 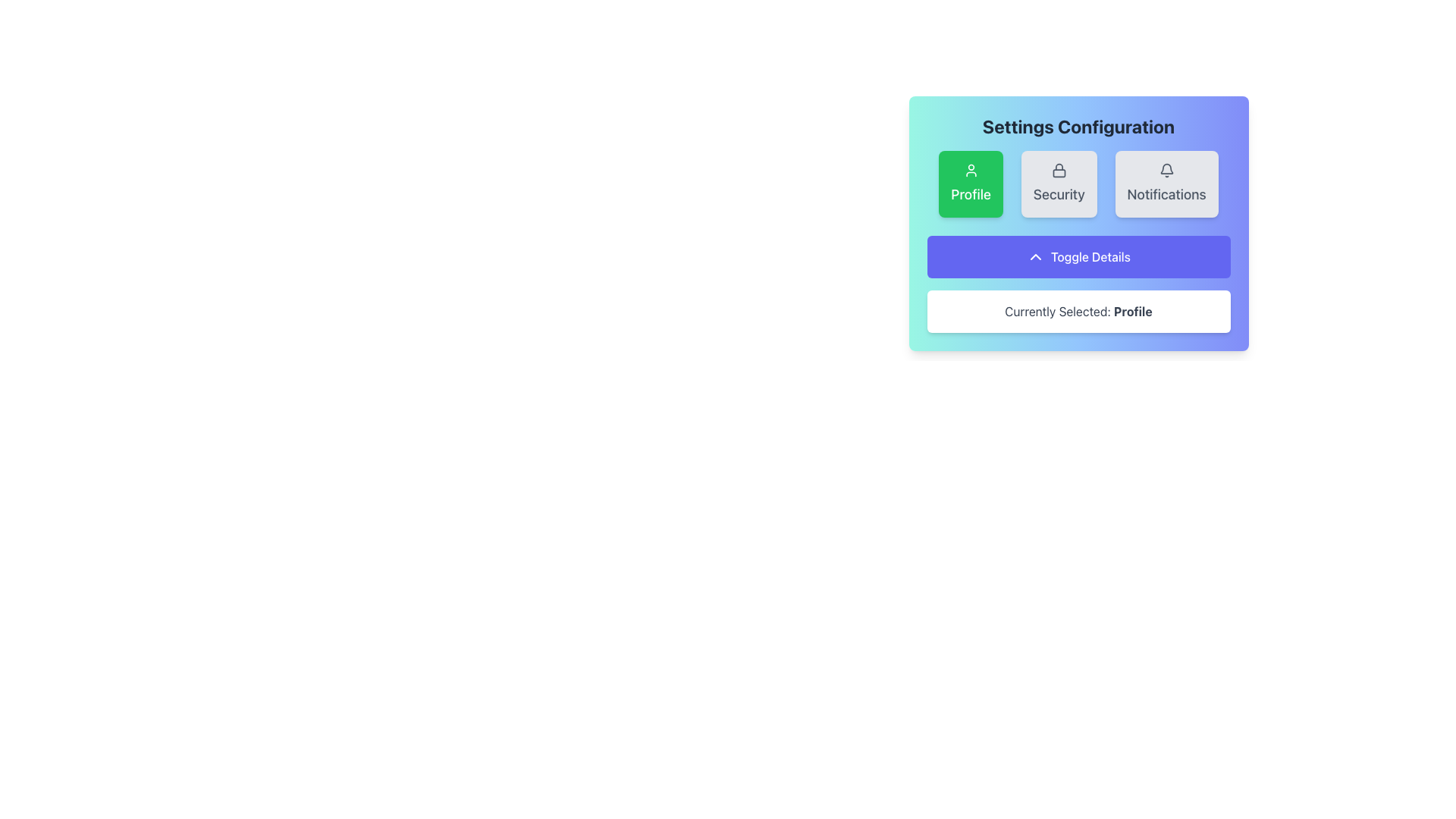 I want to click on the settings toggle button located centrally below the profile option buttons and above the 'Currently Selected: Profile' section to navigate, so click(x=1078, y=256).